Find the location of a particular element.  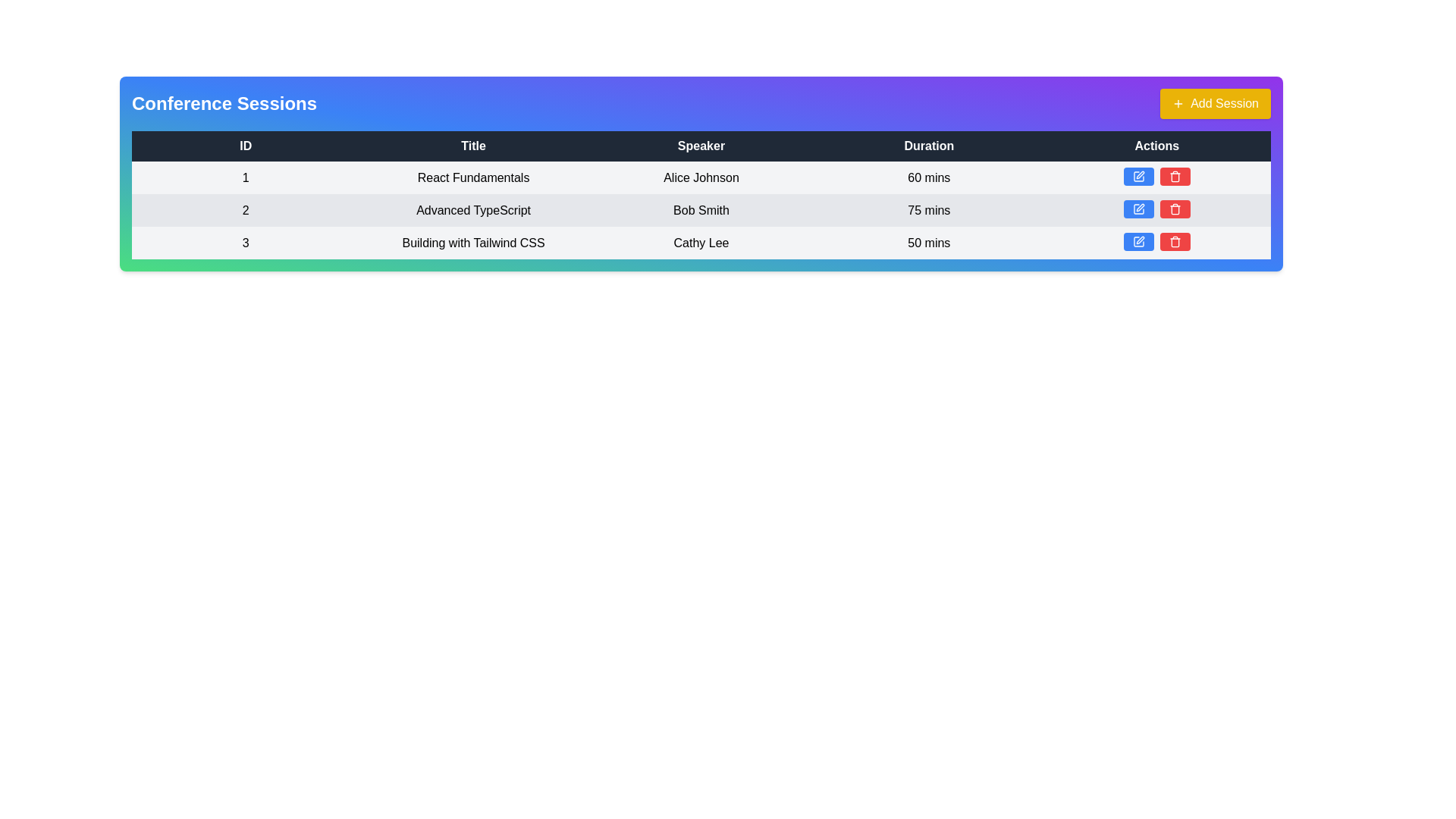

the numeric label displaying the number '2' located in the first cell of the second row under the 'ID' column in a tabular layout is located at coordinates (246, 210).